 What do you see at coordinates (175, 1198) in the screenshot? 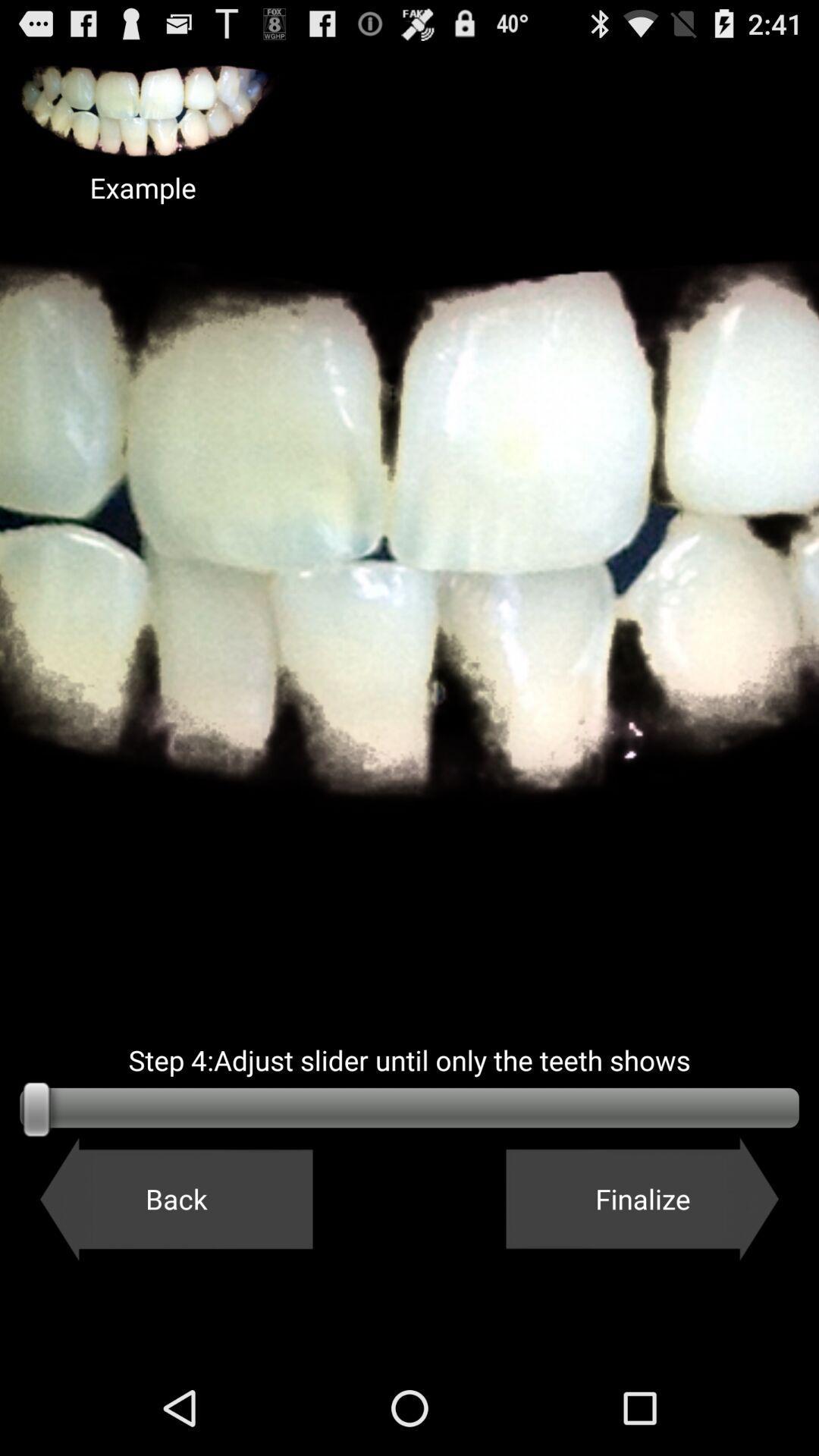
I see `the back at the bottom left corner` at bounding box center [175, 1198].